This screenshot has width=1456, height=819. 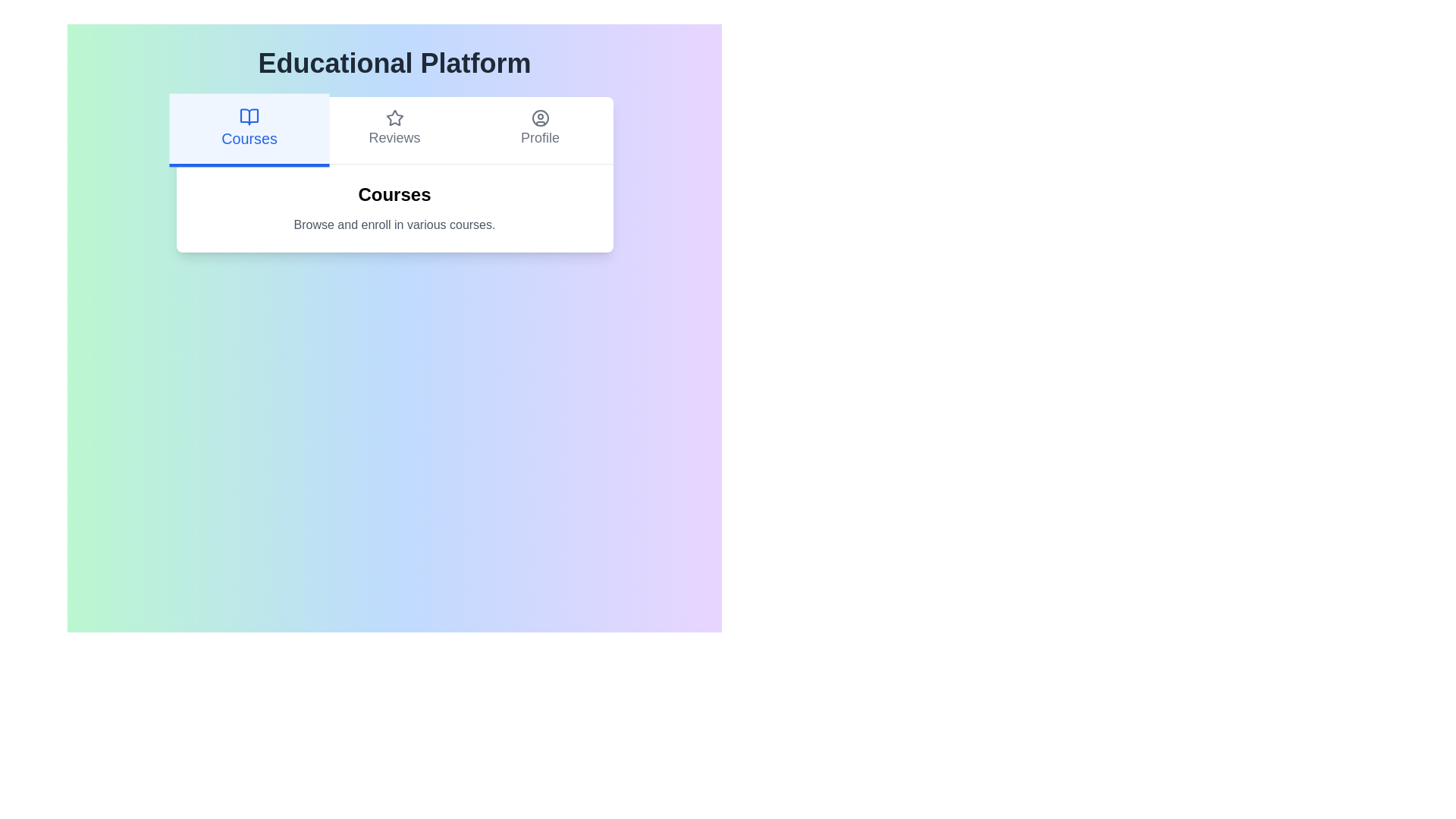 What do you see at coordinates (540, 130) in the screenshot?
I see `the Profile tab to switch views` at bounding box center [540, 130].